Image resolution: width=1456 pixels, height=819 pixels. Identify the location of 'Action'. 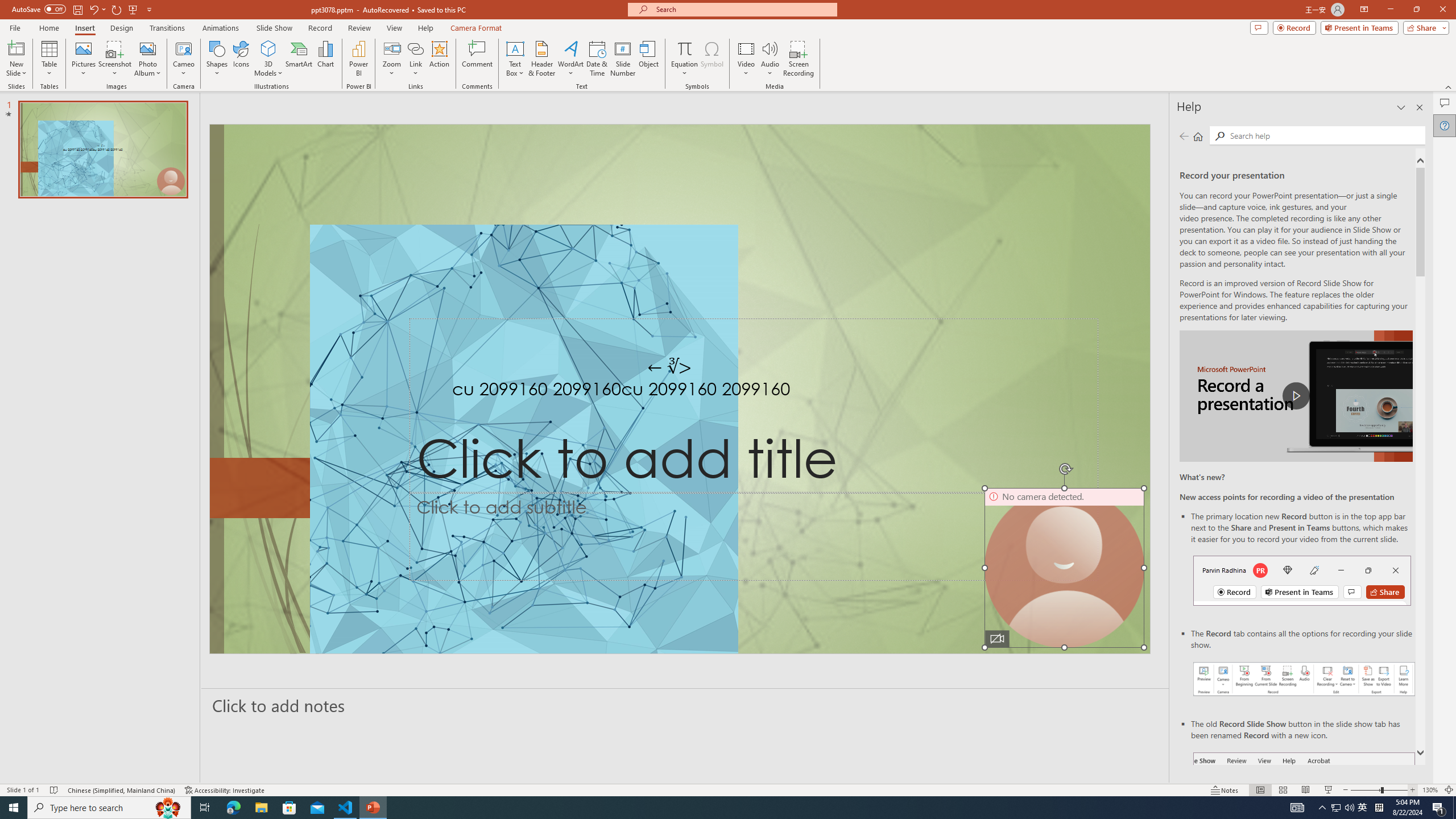
(440, 59).